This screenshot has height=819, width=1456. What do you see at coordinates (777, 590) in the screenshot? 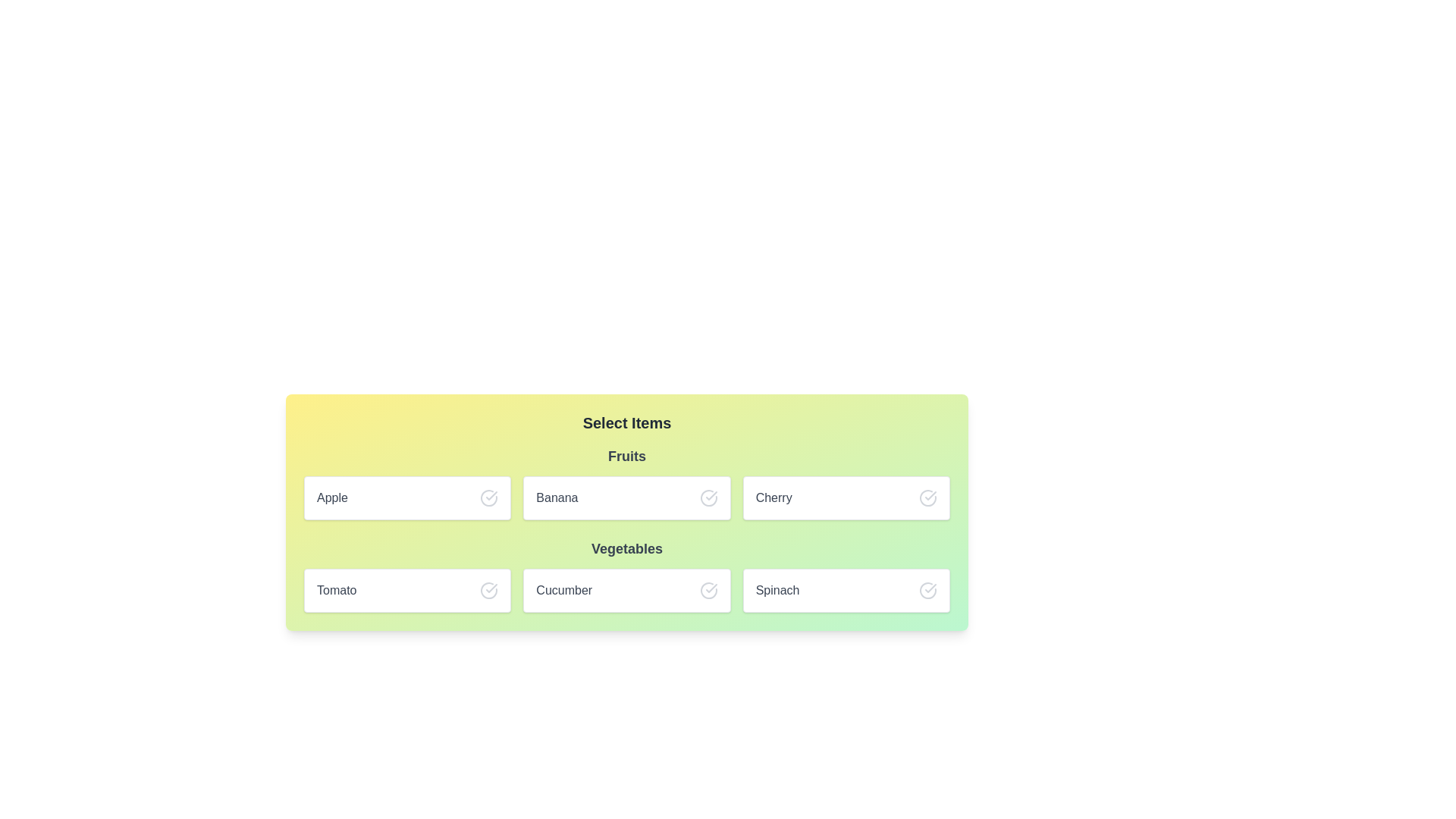
I see `the 'Spinach' text label in the bottom-right corner of the 'Vegetables' section` at bounding box center [777, 590].